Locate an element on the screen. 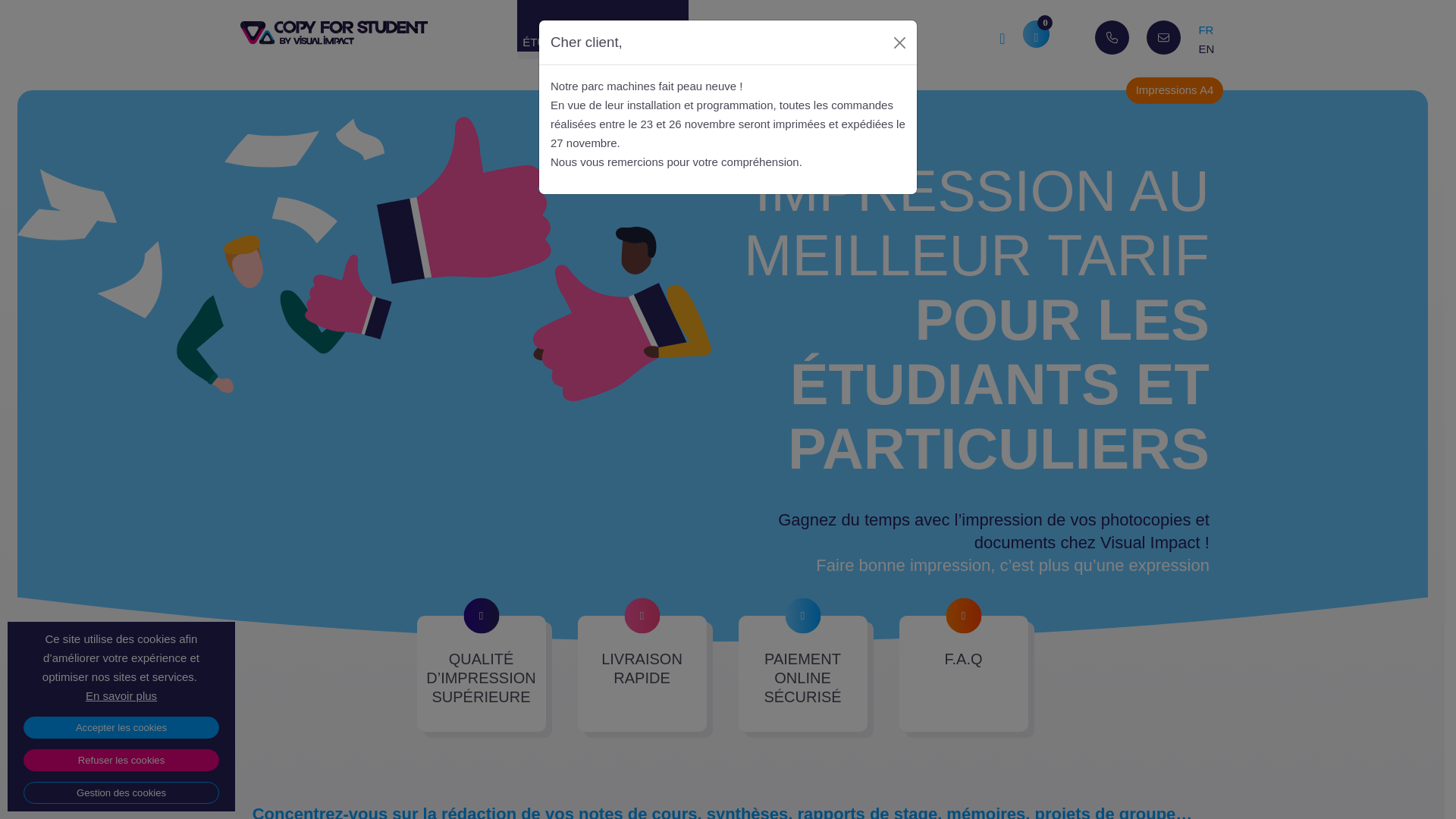 This screenshot has width=1456, height=819. 'En savoir plus' is located at coordinates (120, 695).